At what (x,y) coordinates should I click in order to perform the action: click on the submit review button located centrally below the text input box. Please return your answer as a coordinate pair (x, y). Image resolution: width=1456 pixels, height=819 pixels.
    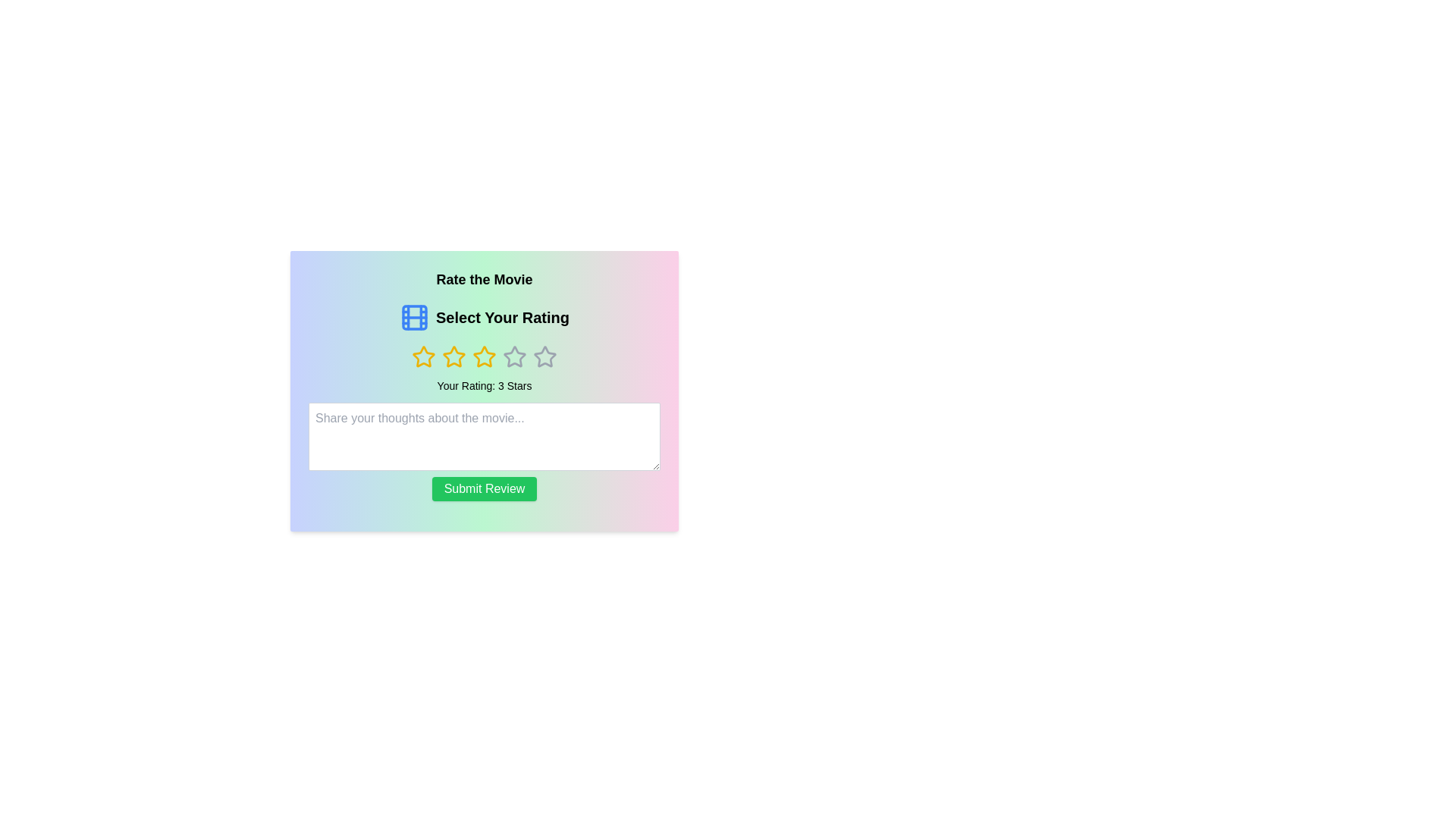
    Looking at the image, I should click on (483, 488).